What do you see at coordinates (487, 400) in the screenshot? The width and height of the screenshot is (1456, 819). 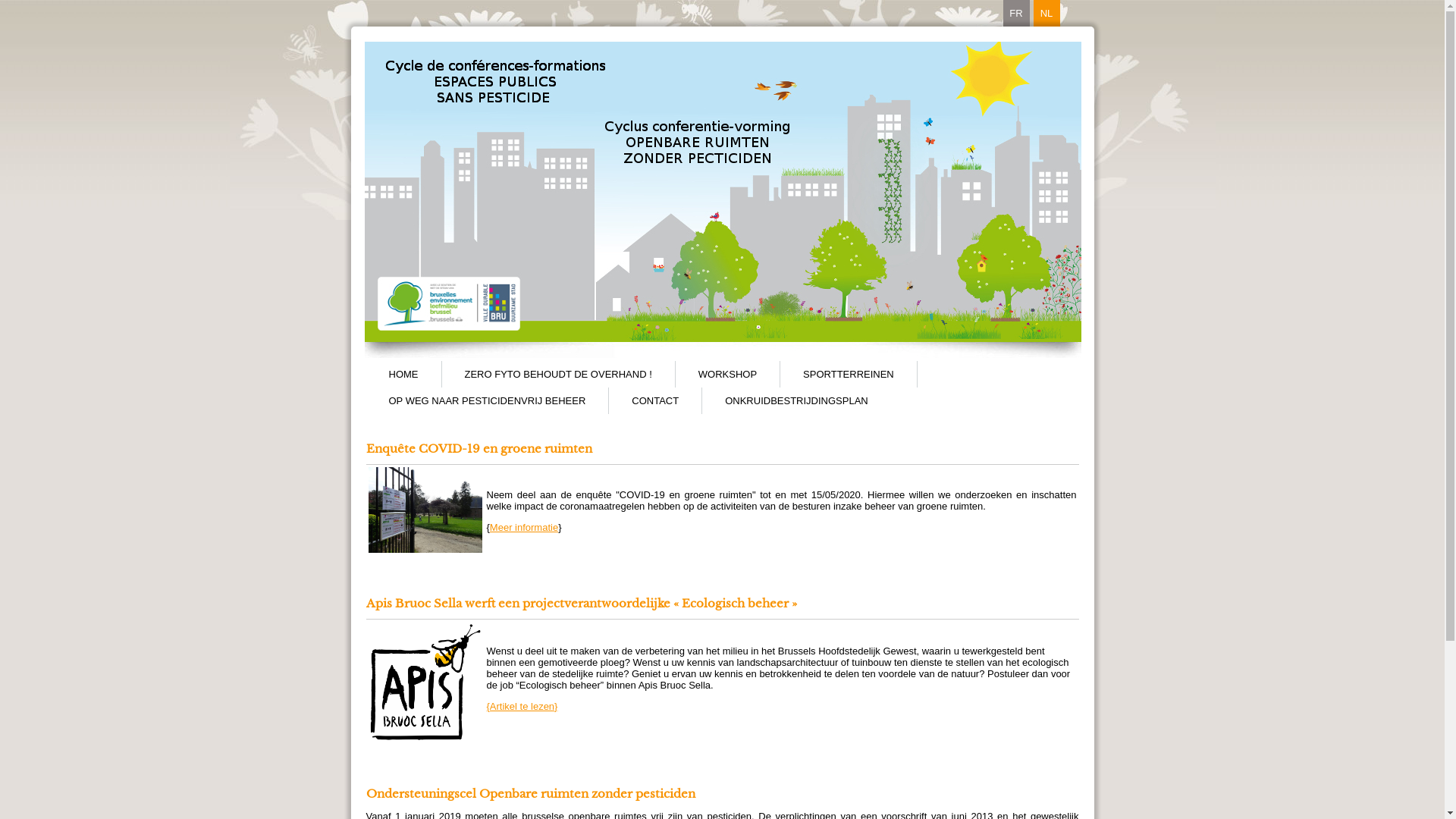 I see `'OP WEG NAAR PESTICIDENVRIJ BEHEER'` at bounding box center [487, 400].